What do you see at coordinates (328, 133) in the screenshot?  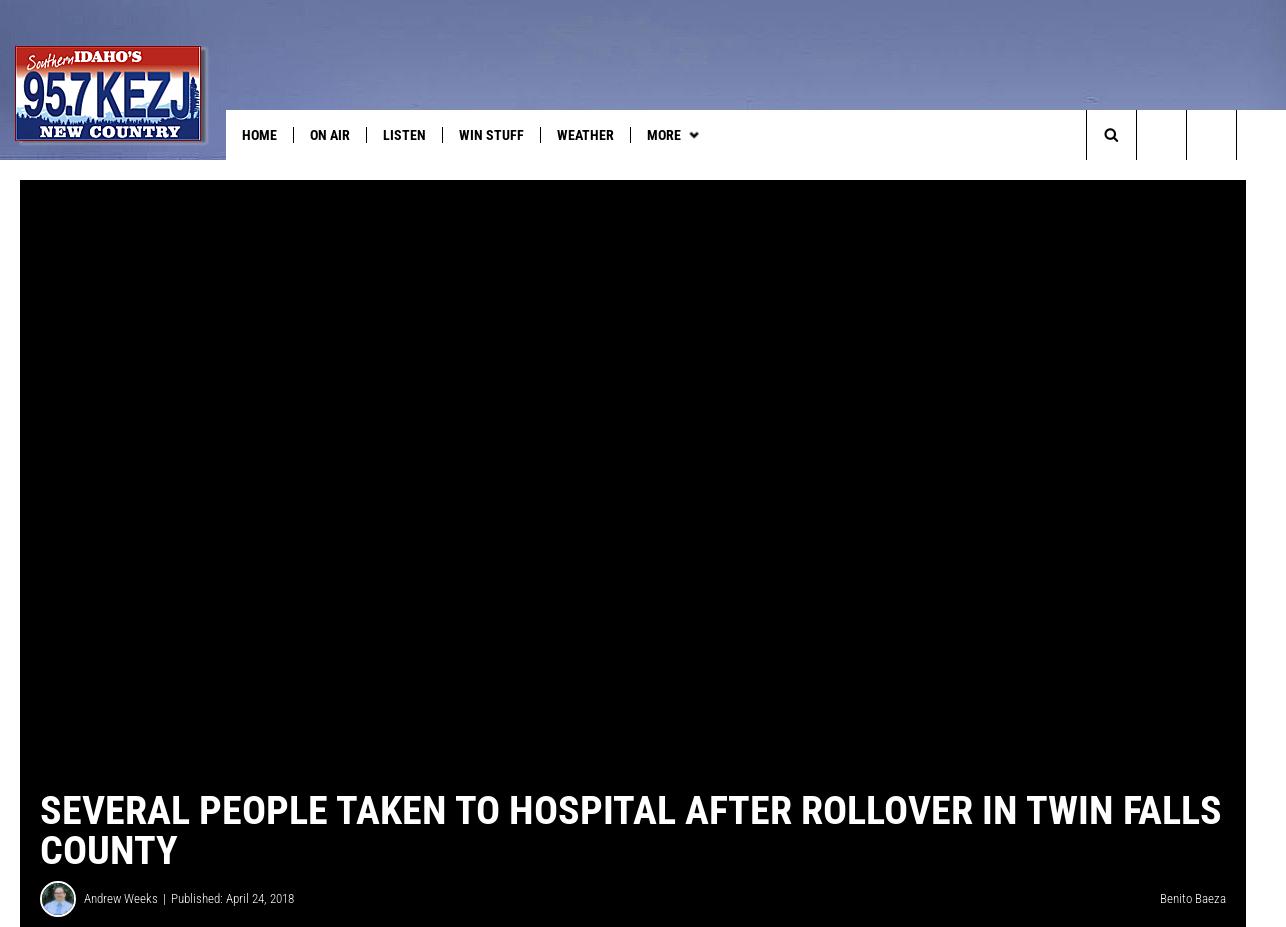 I see `'On Air'` at bounding box center [328, 133].